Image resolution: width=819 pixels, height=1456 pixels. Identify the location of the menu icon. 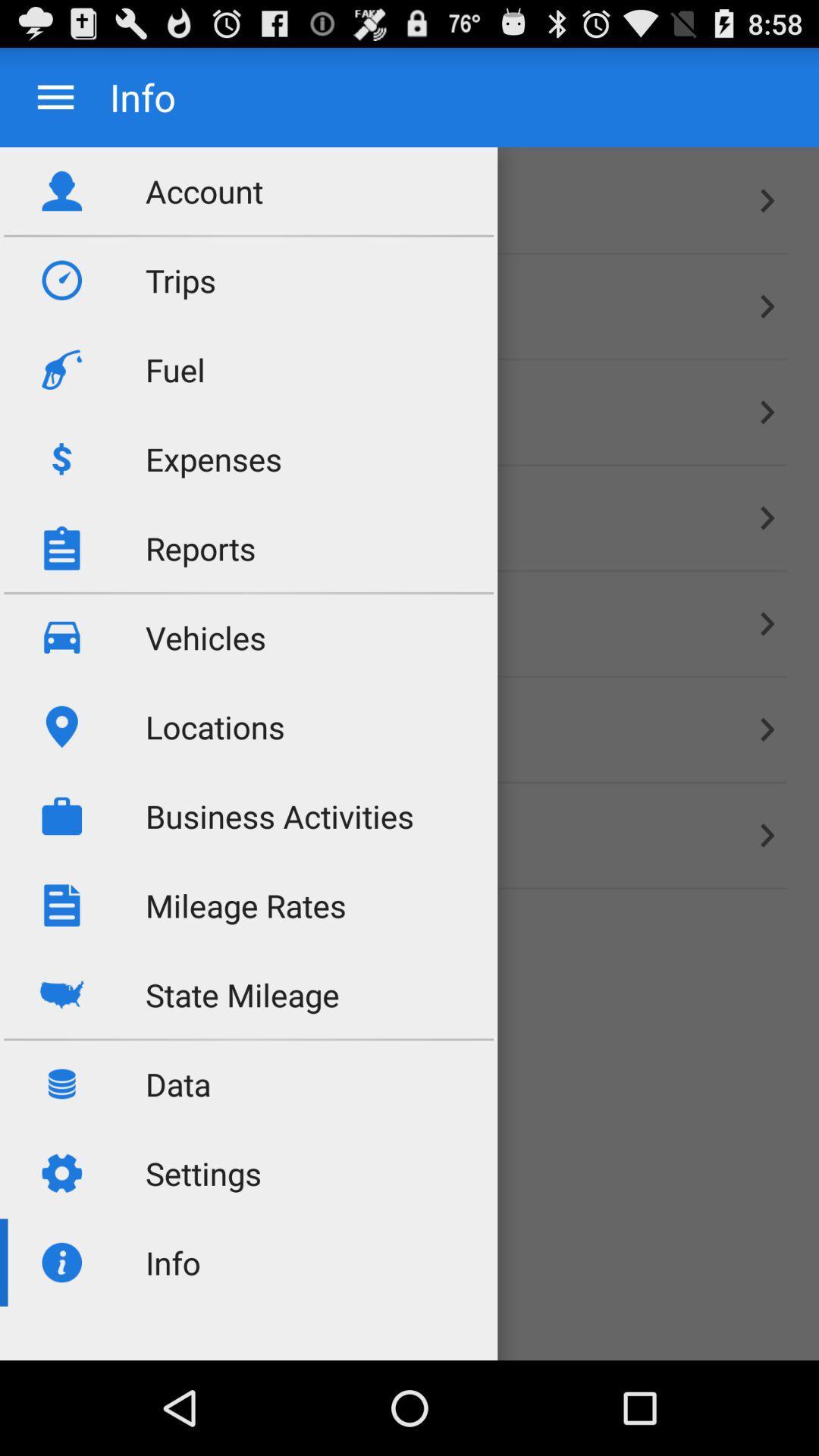
(55, 103).